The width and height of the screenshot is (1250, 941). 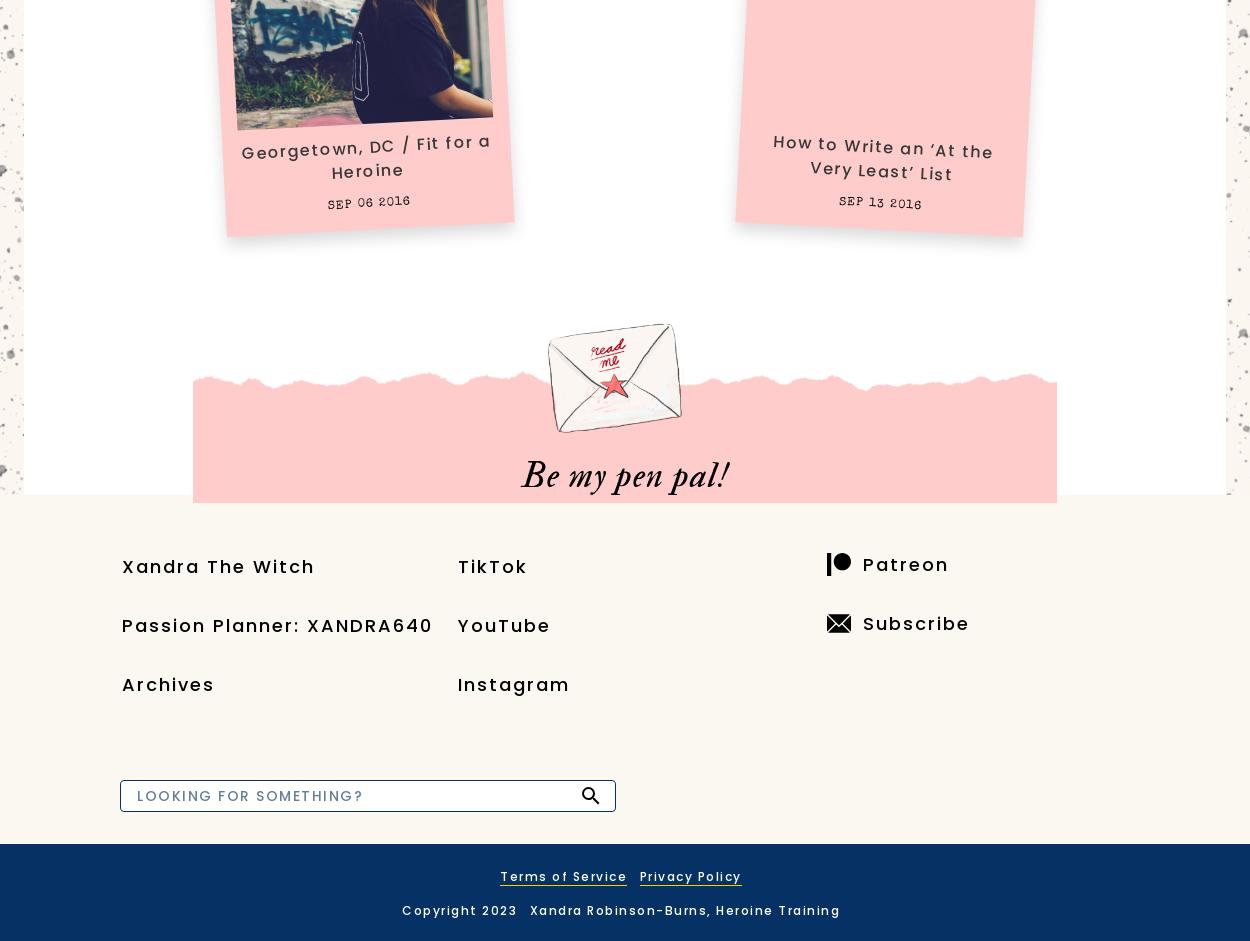 I want to click on 'Georgetown, DC / Fit for a Heroine', so click(x=365, y=155).